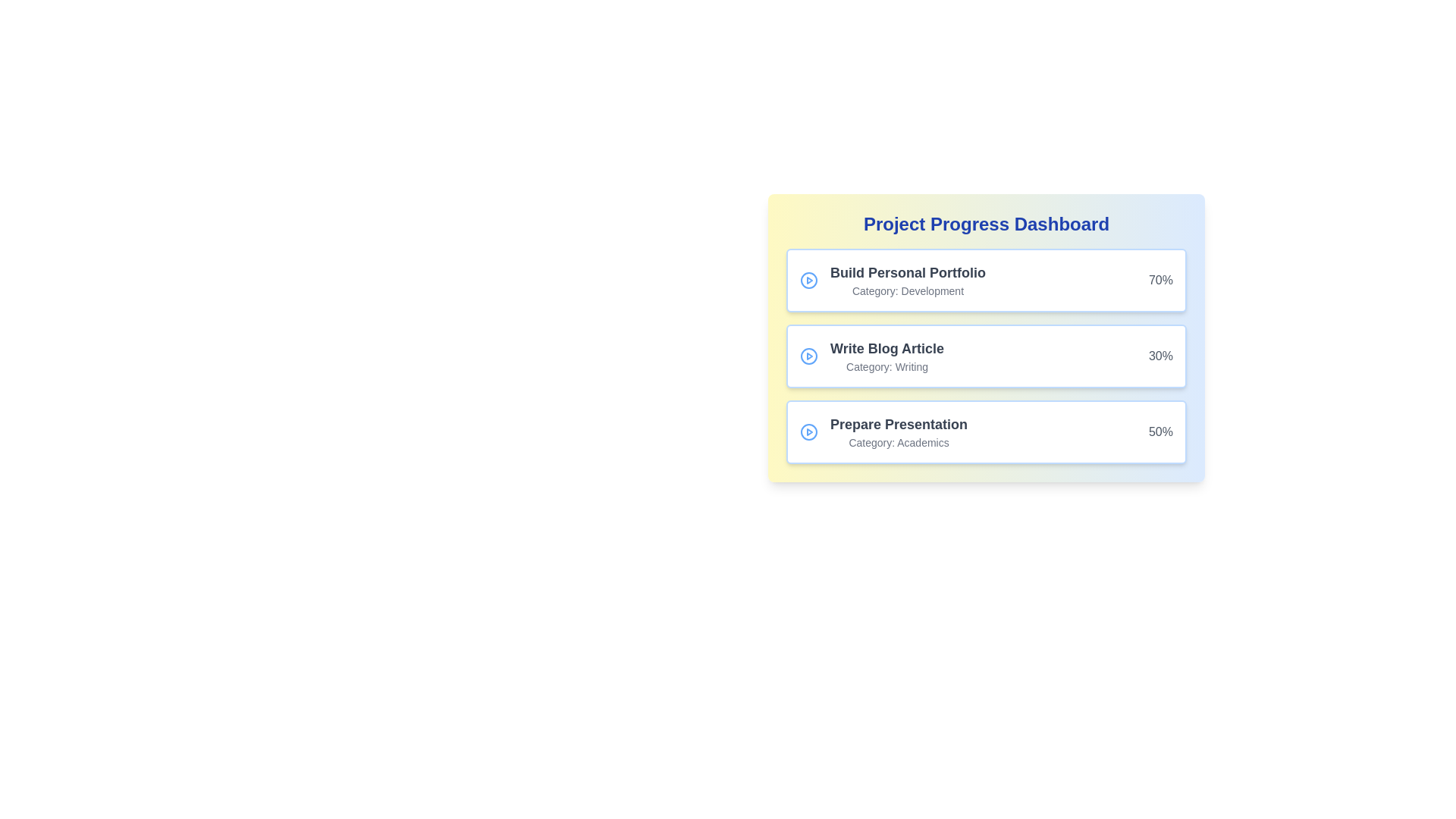  What do you see at coordinates (808, 356) in the screenshot?
I see `the blue circular icon element located in the center of the second list item under 'Project Progress Dashboard', which is to the left of the 'Write Blog Article' text` at bounding box center [808, 356].